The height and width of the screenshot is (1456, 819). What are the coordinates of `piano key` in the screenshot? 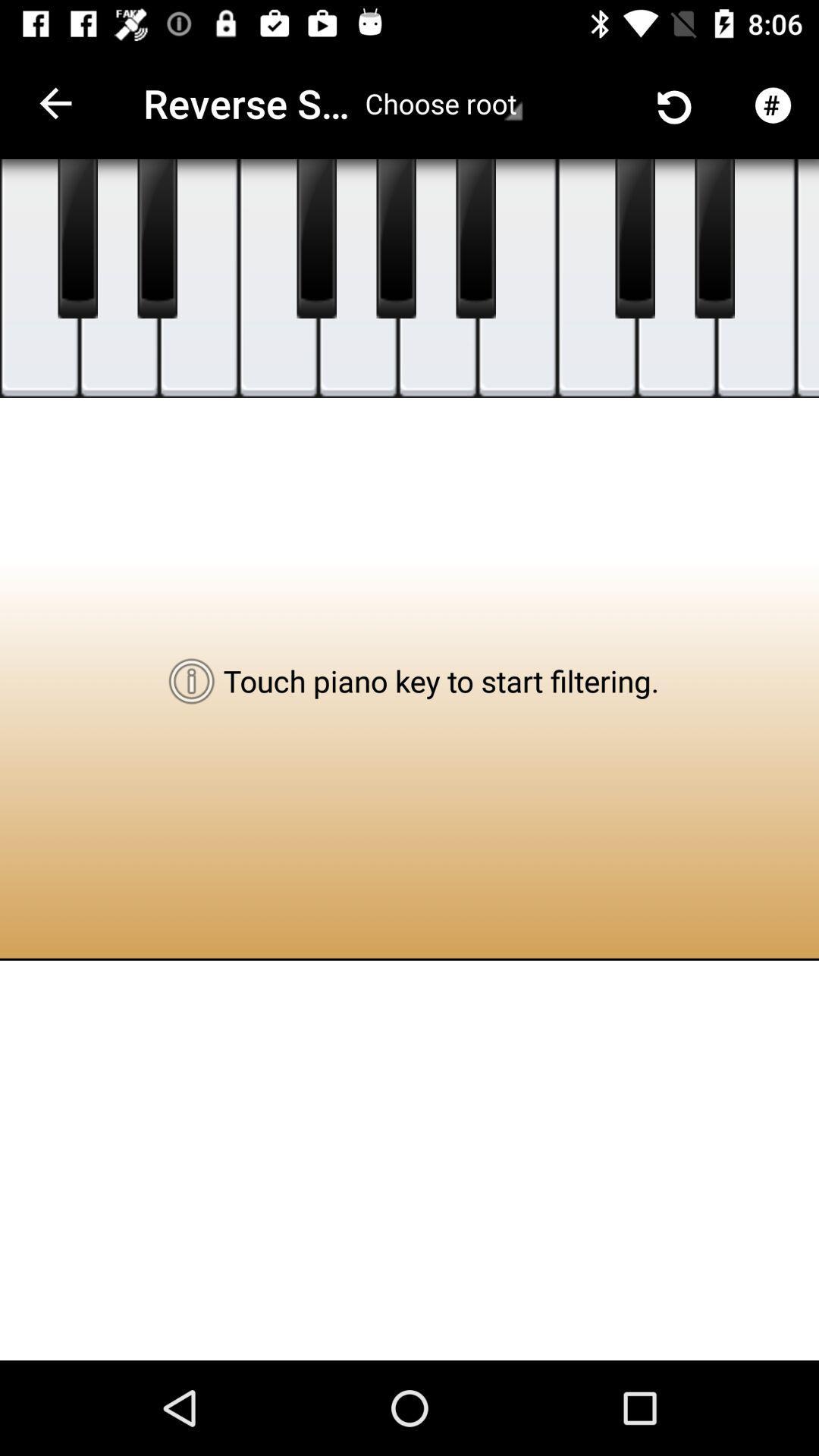 It's located at (714, 238).